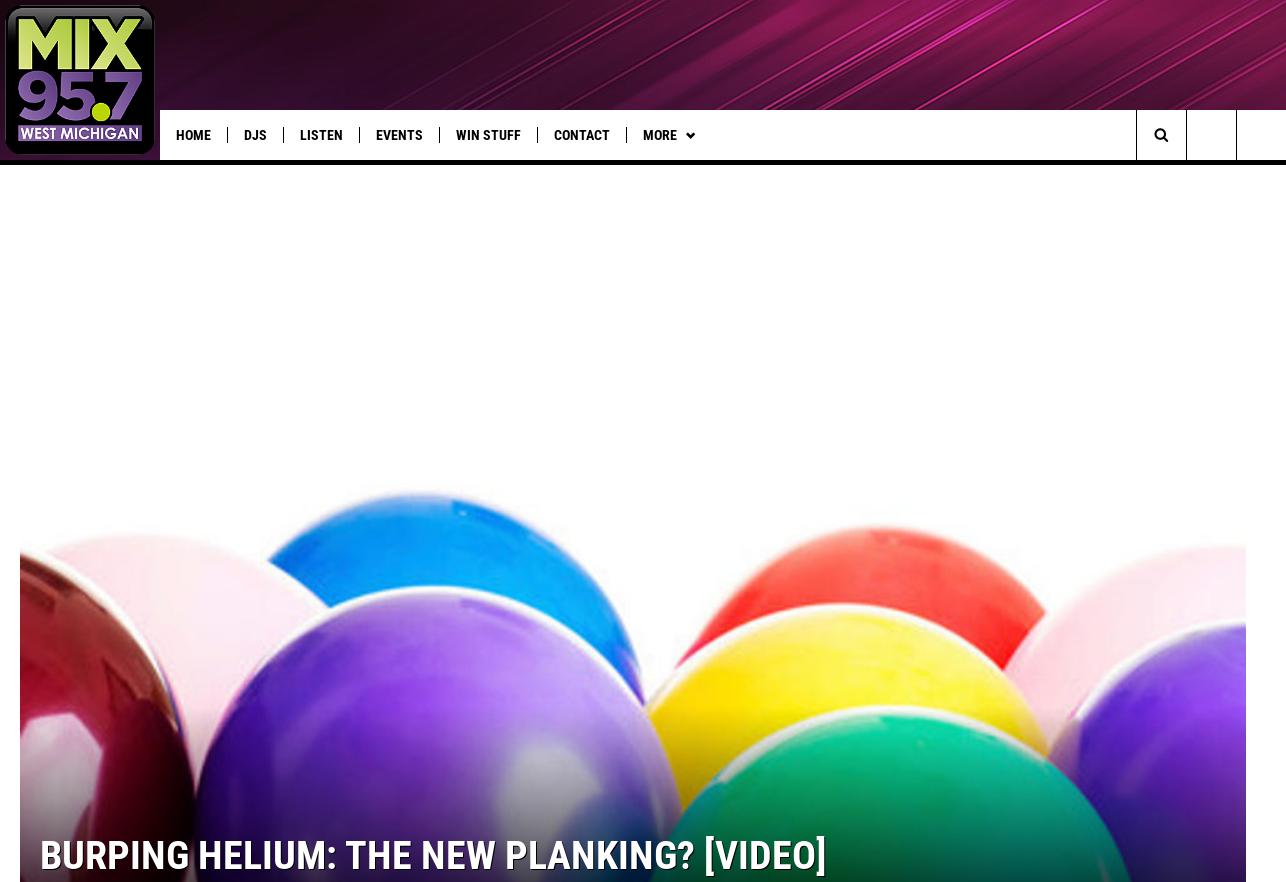  What do you see at coordinates (193, 135) in the screenshot?
I see `'Home'` at bounding box center [193, 135].